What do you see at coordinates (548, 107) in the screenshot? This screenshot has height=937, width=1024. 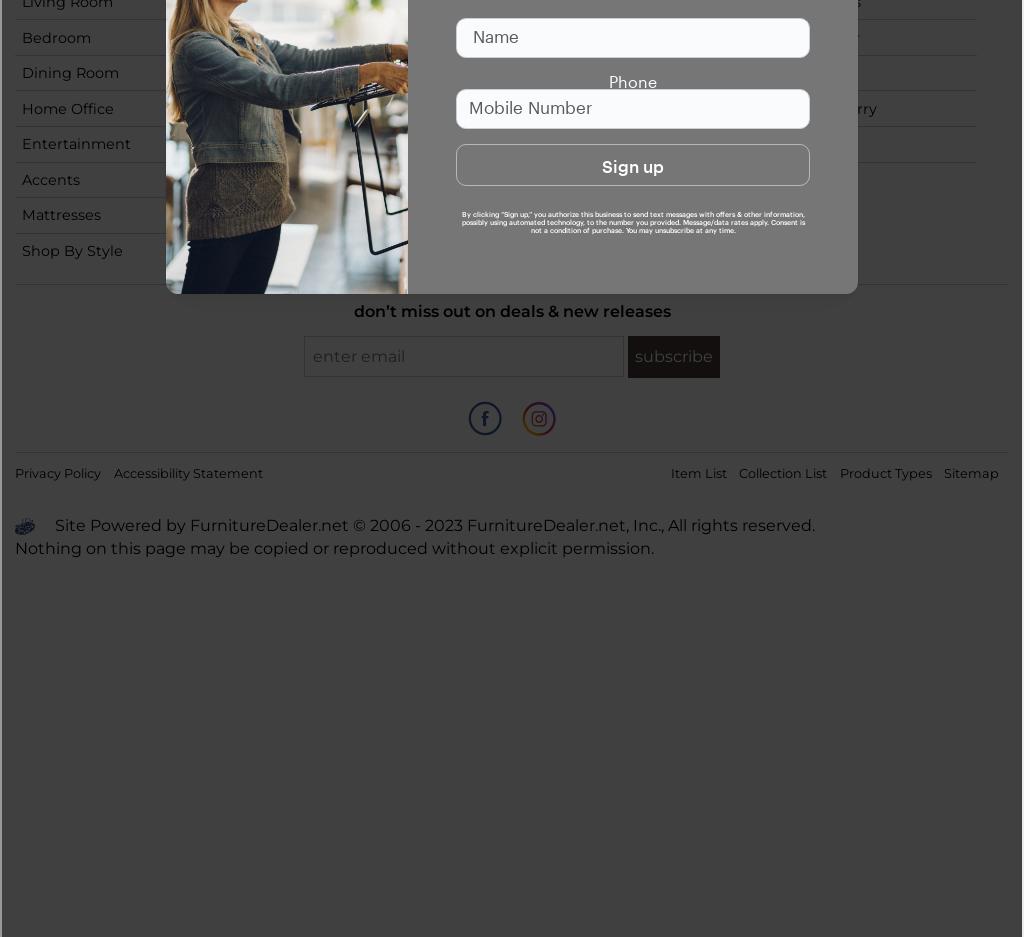 I see `'My Account'` at bounding box center [548, 107].